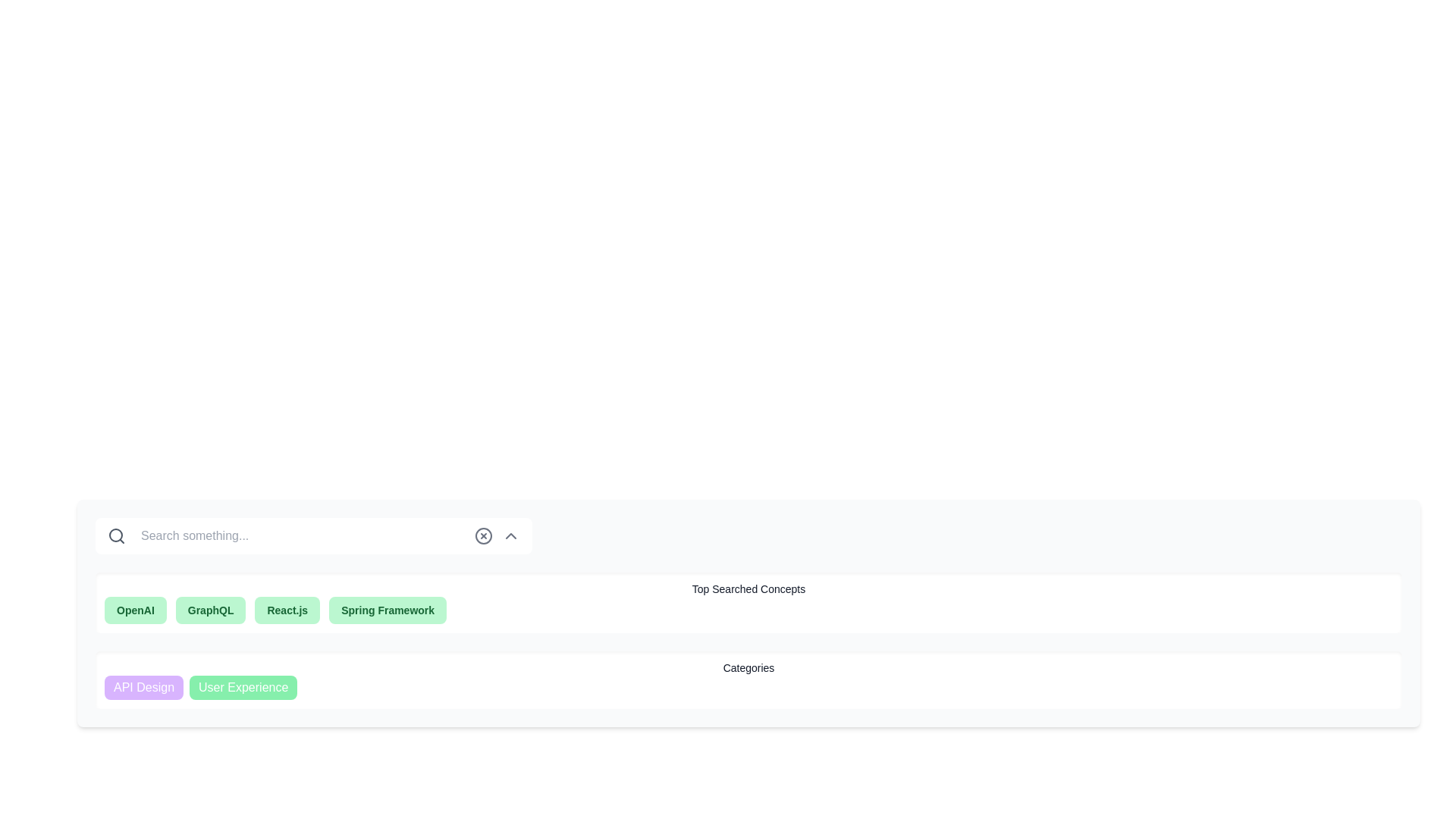  Describe the element at coordinates (287, 610) in the screenshot. I see `the 'React.js' button, which is the third button in a horizontal layout of four similar buttons used for filtering content related to React.js` at that location.